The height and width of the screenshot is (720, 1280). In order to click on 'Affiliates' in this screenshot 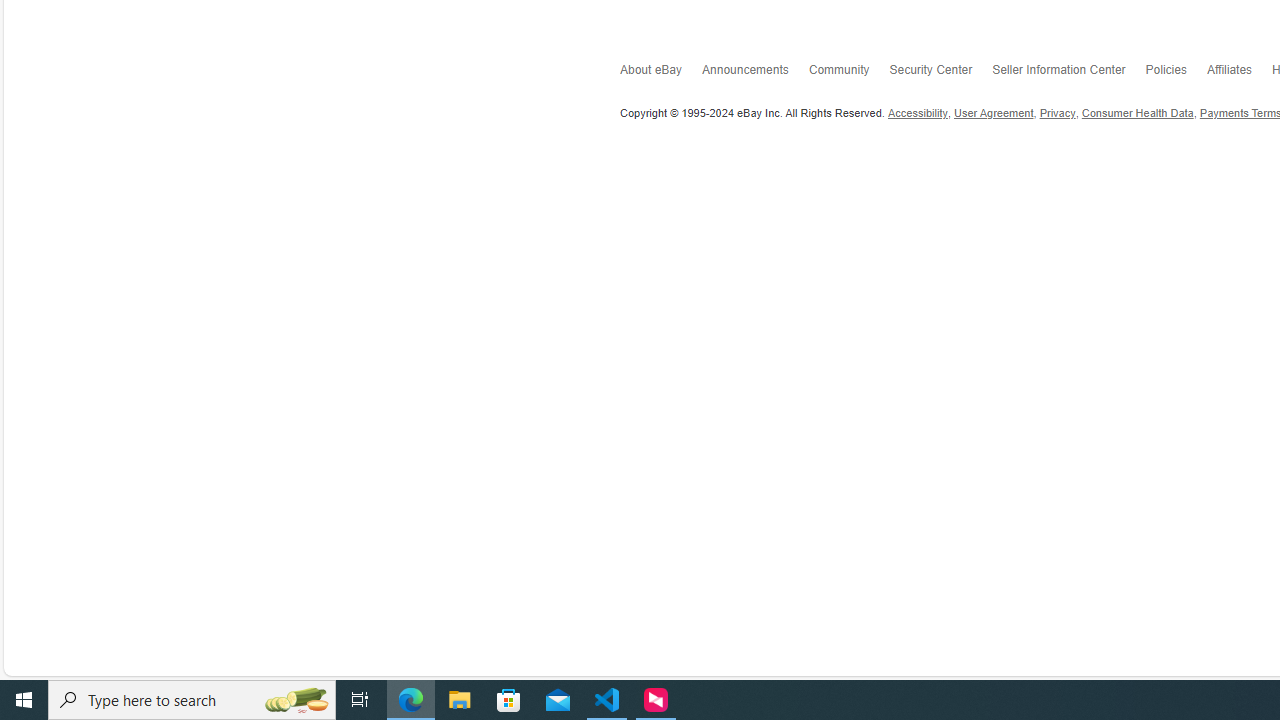, I will do `click(1238, 72)`.